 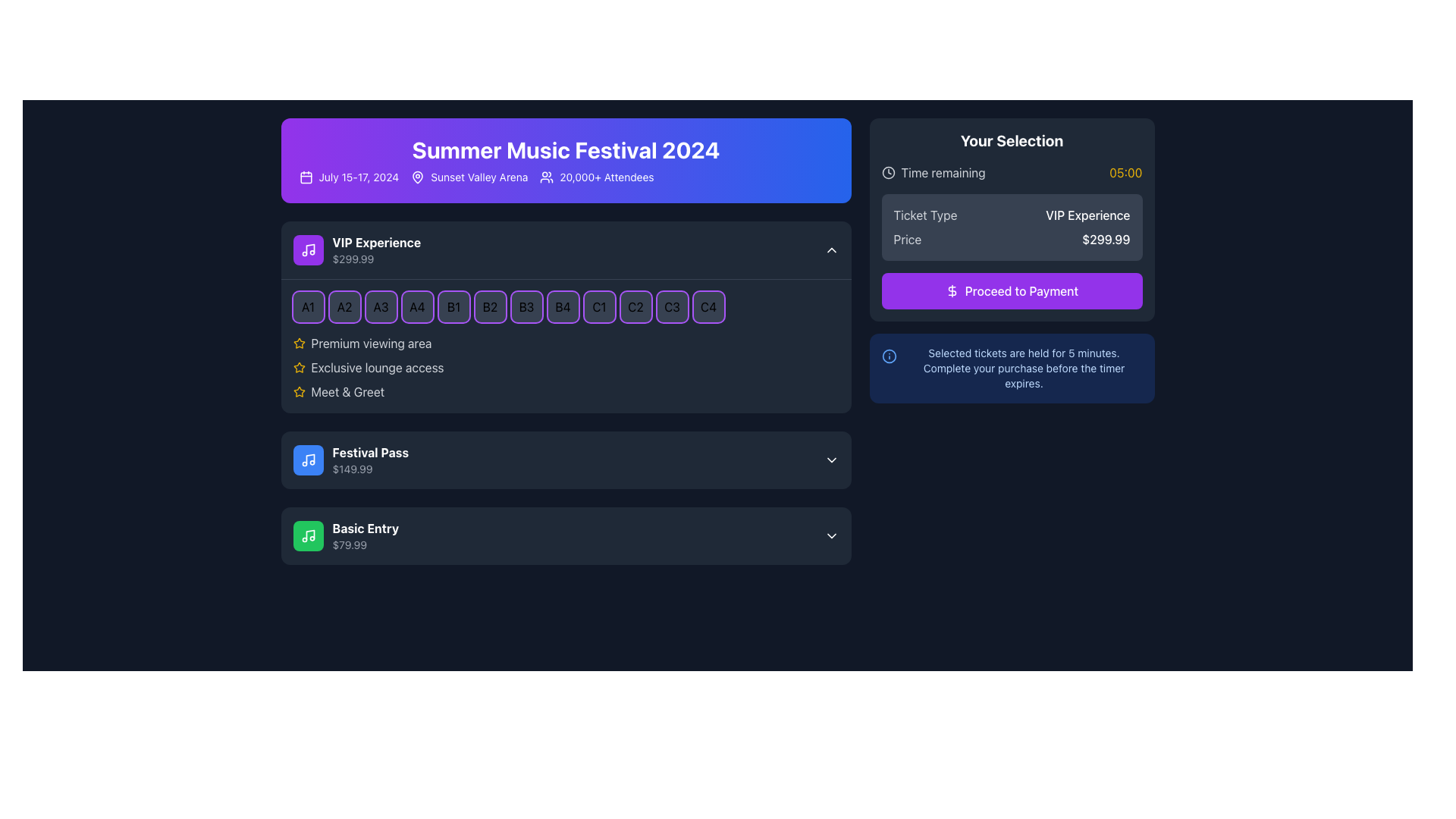 I want to click on the yellow star-shaped icon preceding the label 'Exclusive lounge access' in the 'VIP Experience' section, so click(x=299, y=368).